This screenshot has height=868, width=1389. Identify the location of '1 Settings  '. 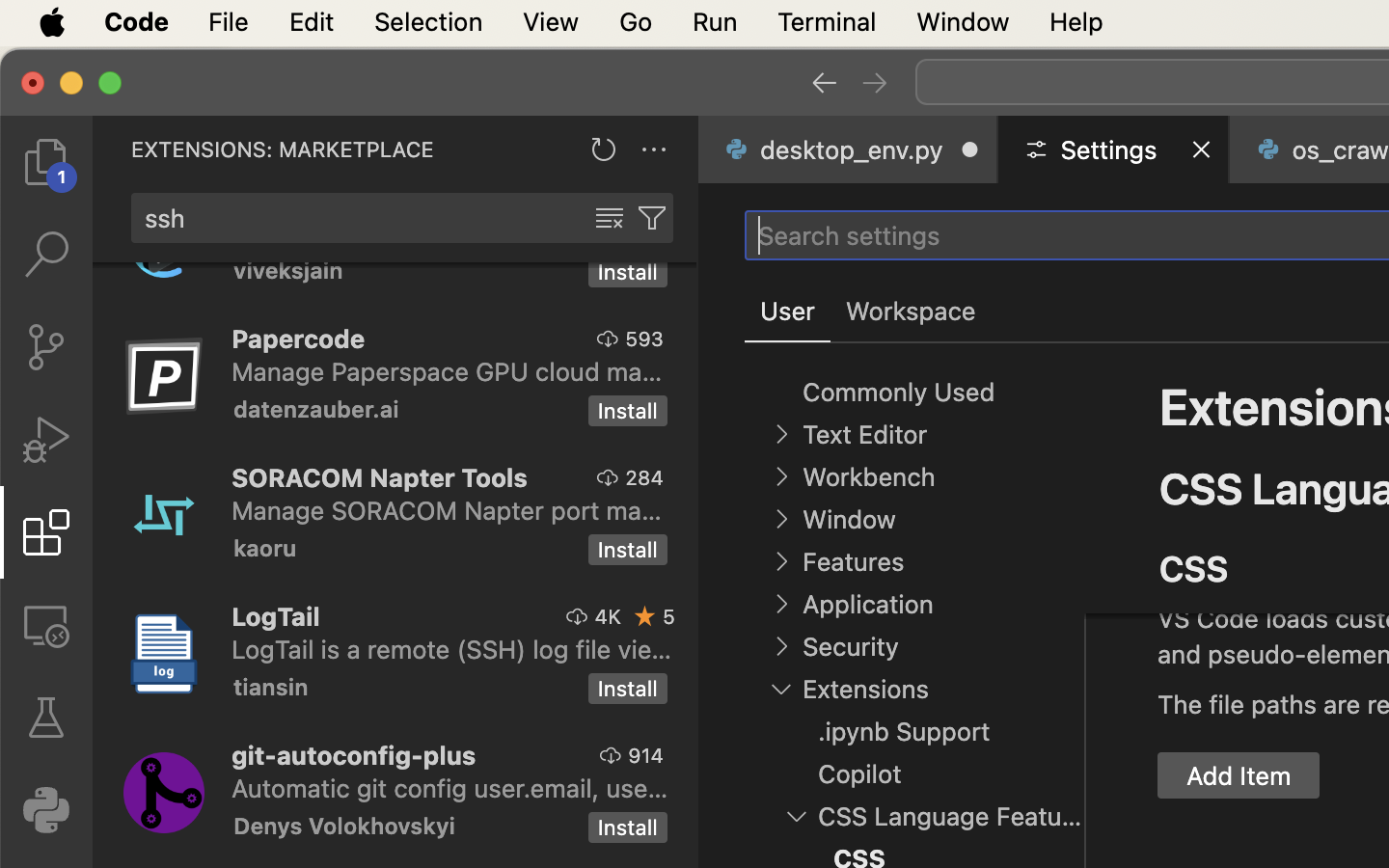
(1115, 149).